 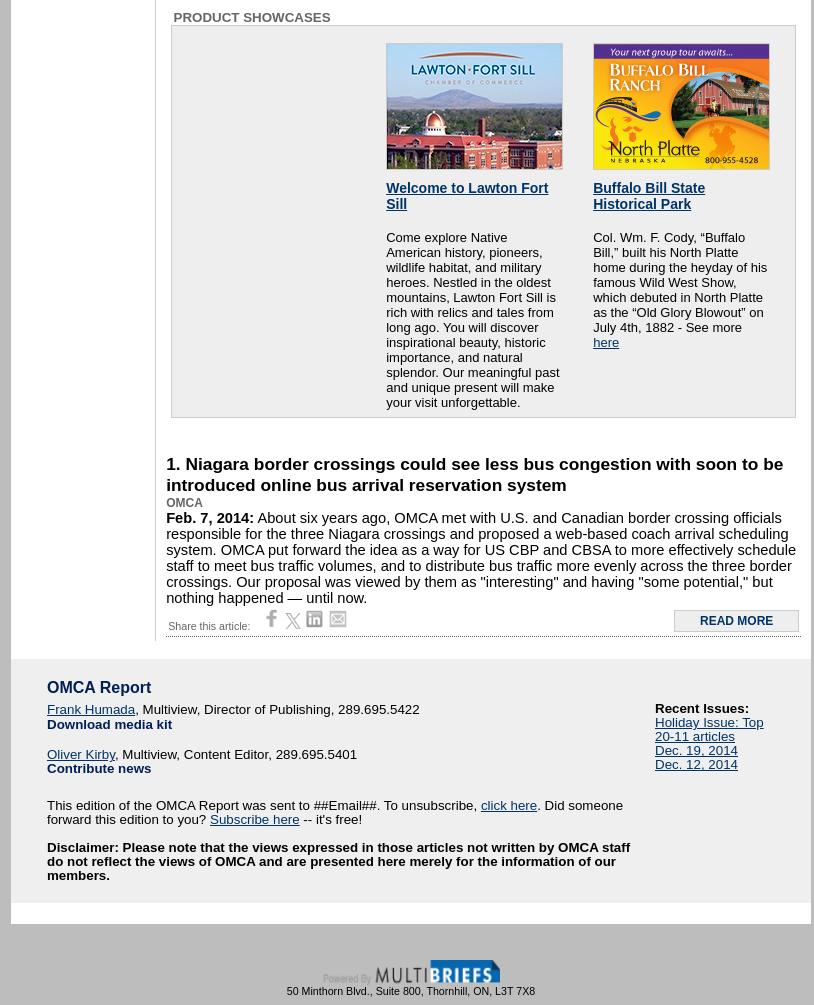 What do you see at coordinates (591, 194) in the screenshot?
I see `'Buffalo Bill State Historical Park'` at bounding box center [591, 194].